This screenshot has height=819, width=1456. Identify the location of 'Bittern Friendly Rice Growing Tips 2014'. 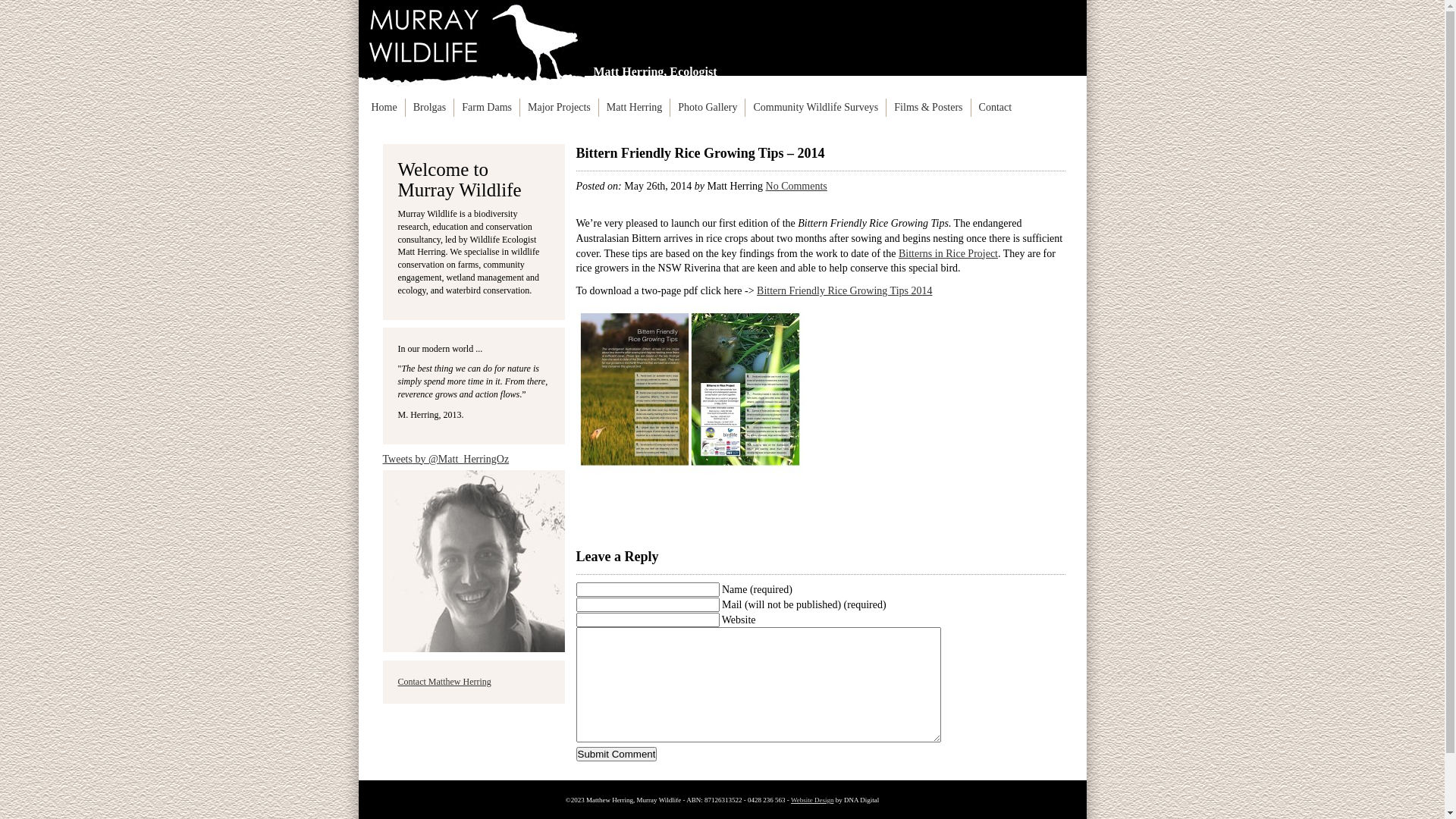
(757, 290).